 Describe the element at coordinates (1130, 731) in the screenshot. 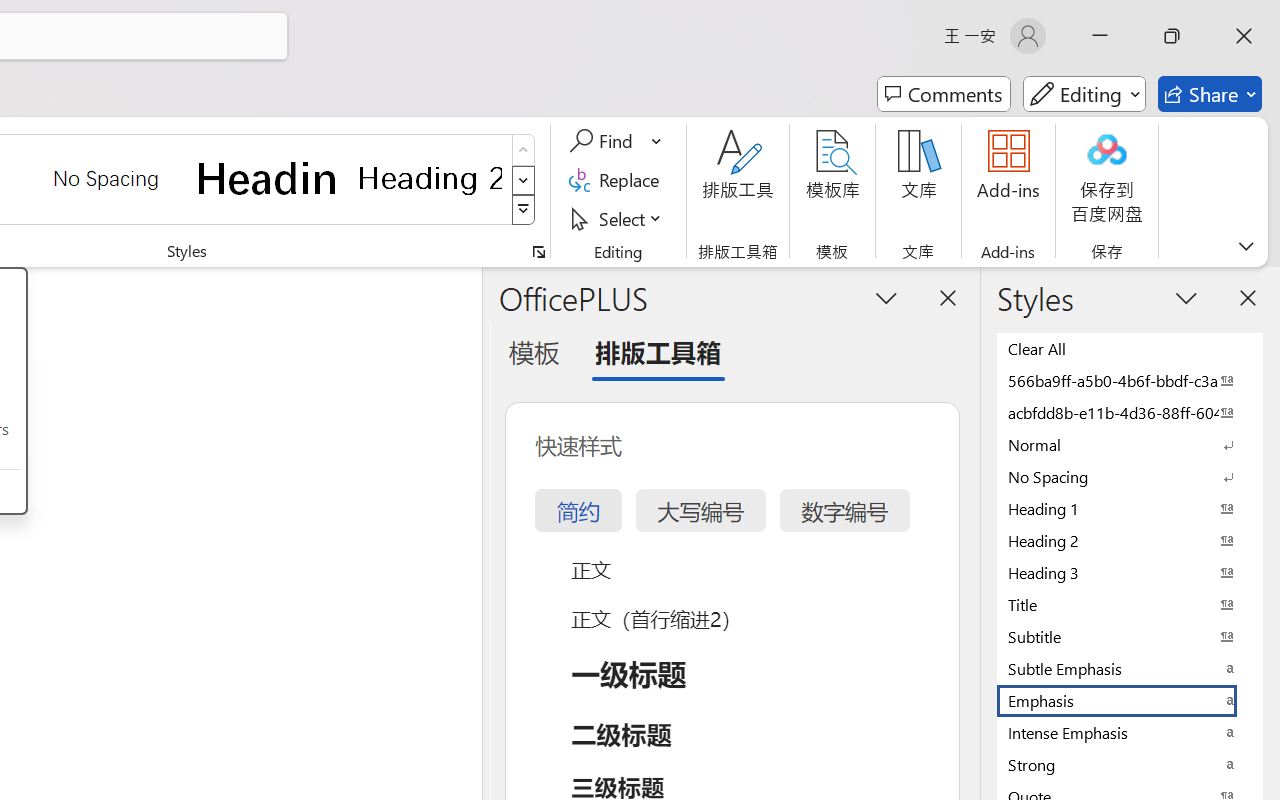

I see `'Intense Emphasis'` at that location.